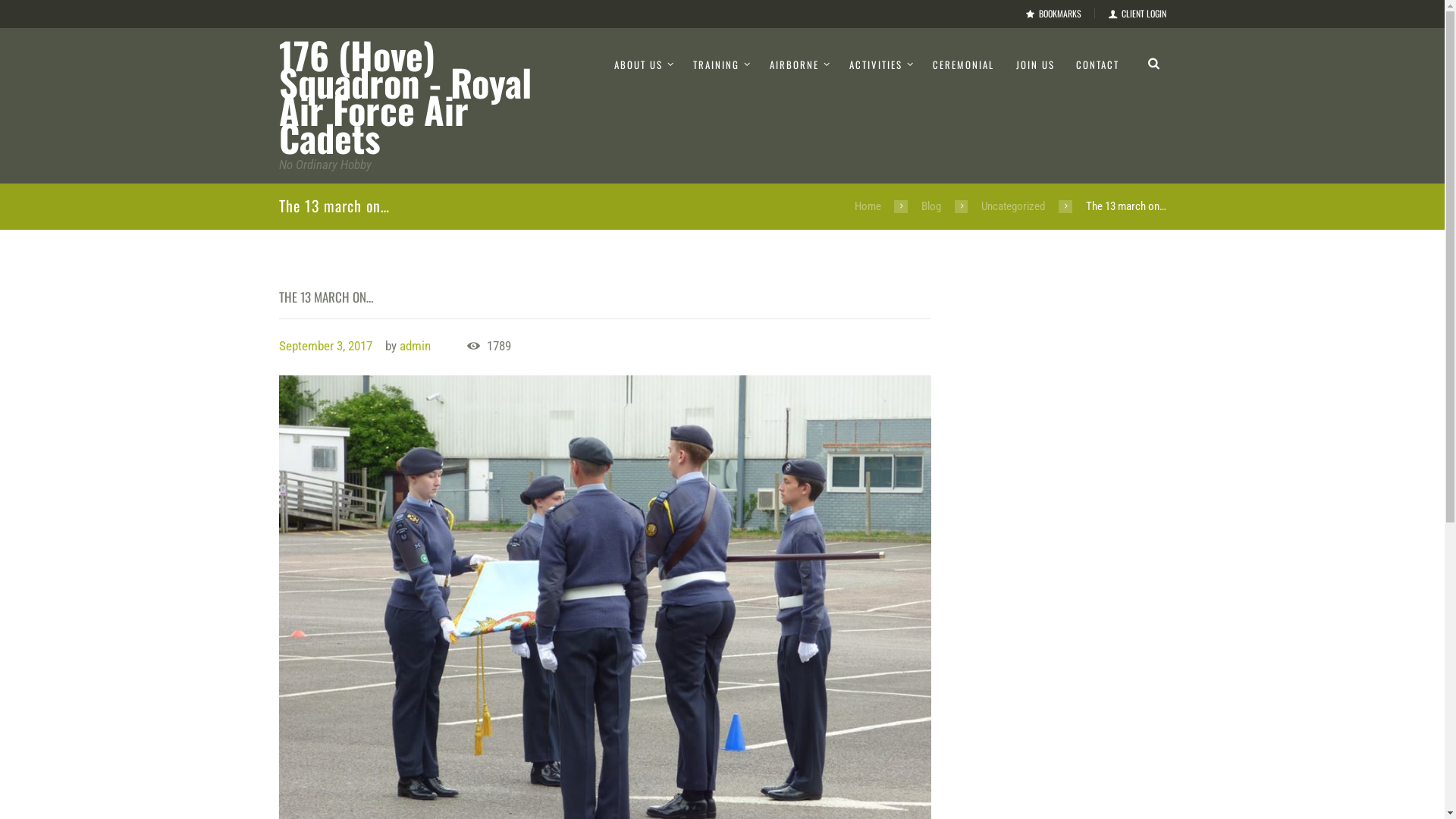 This screenshot has width=1456, height=819. What do you see at coordinates (1153, 61) in the screenshot?
I see `'Open search'` at bounding box center [1153, 61].